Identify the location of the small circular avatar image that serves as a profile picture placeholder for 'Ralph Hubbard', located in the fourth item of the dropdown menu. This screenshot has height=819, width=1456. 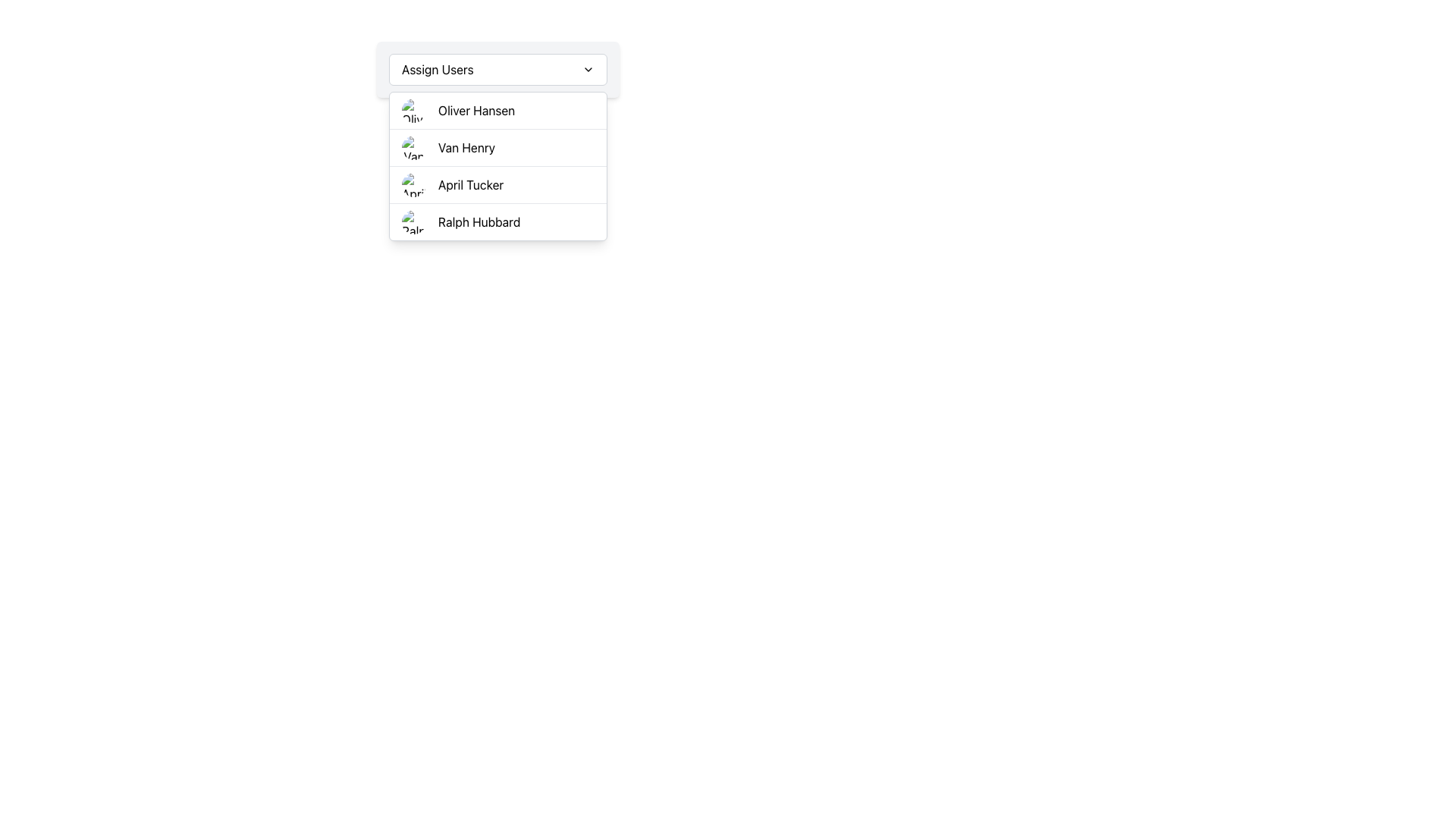
(414, 222).